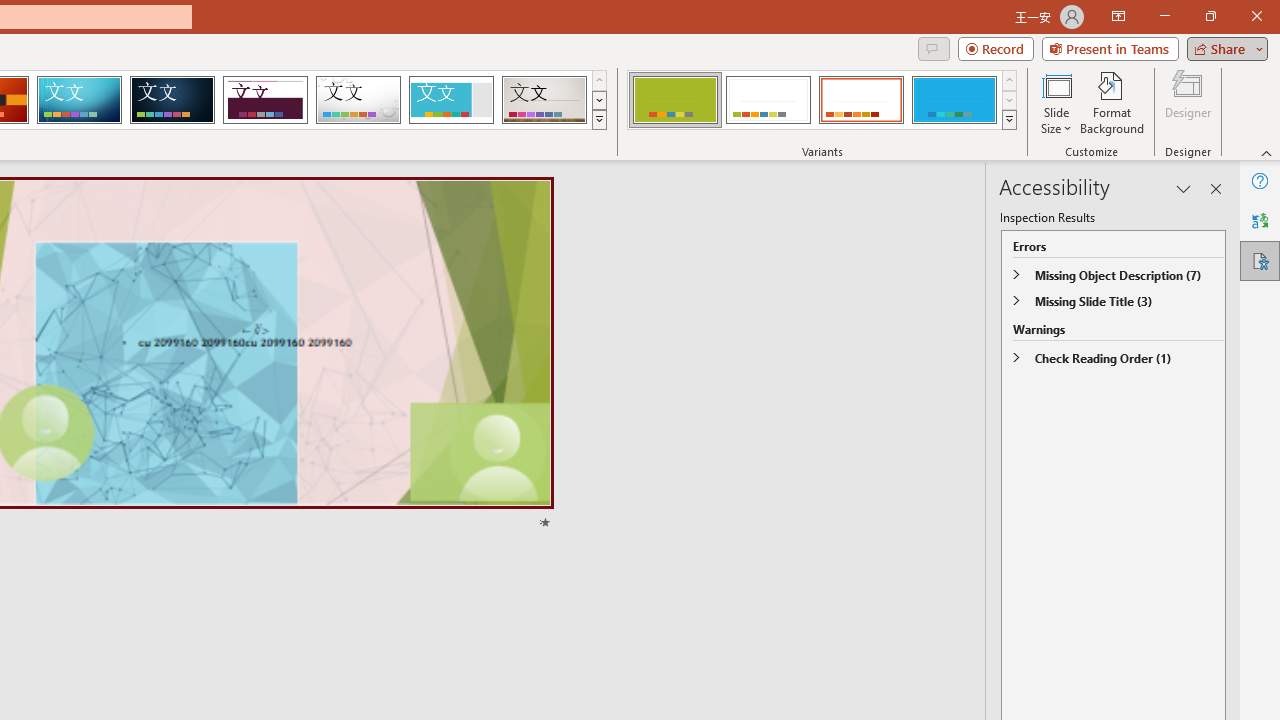 The height and width of the screenshot is (720, 1280). I want to click on 'Droplet', so click(358, 100).